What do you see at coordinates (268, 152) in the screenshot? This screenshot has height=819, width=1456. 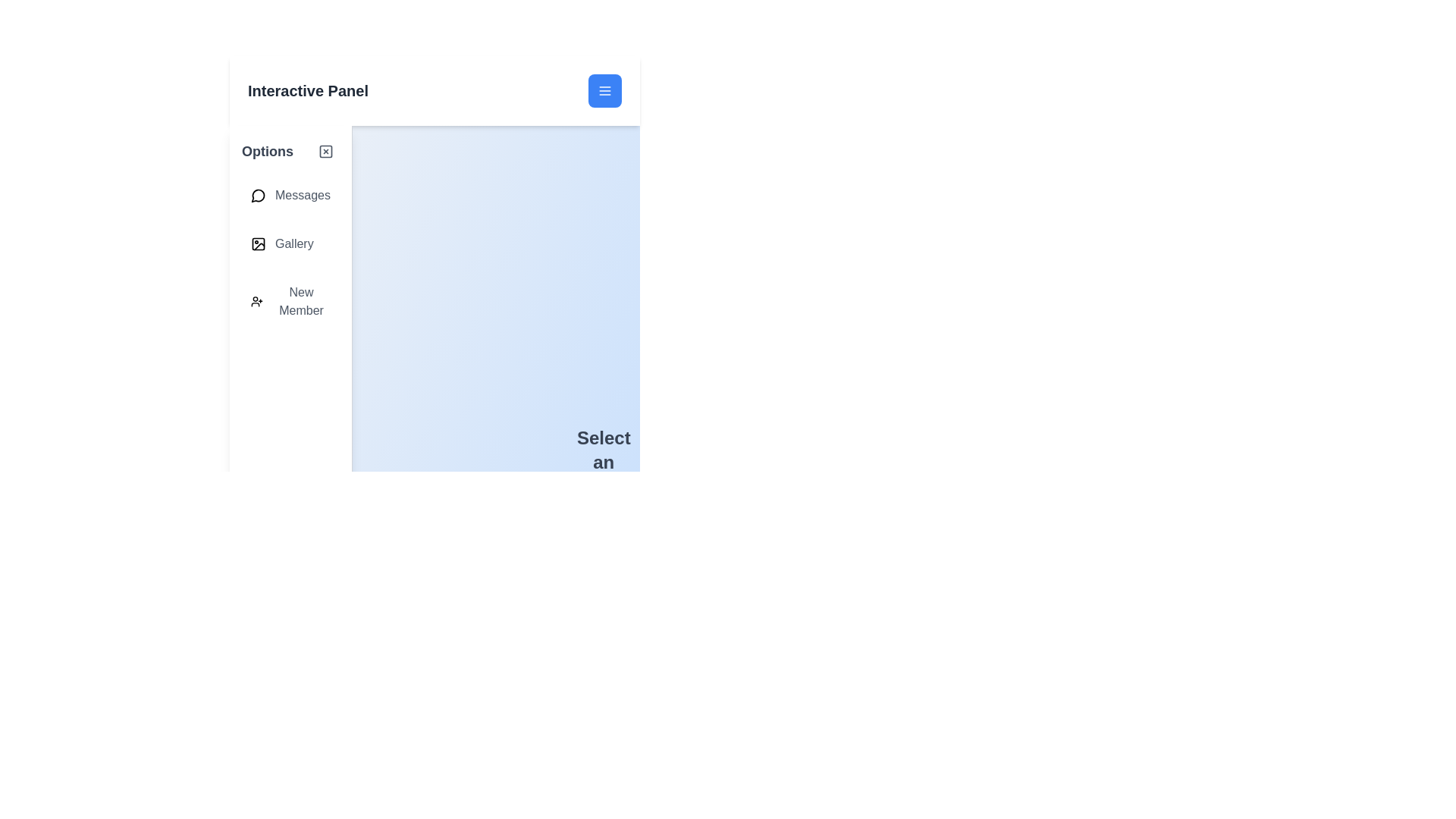 I see `the bold-text UI component displaying 'Options' located in the upper-left portion of the interface, styled with gray color and larger font size` at bounding box center [268, 152].